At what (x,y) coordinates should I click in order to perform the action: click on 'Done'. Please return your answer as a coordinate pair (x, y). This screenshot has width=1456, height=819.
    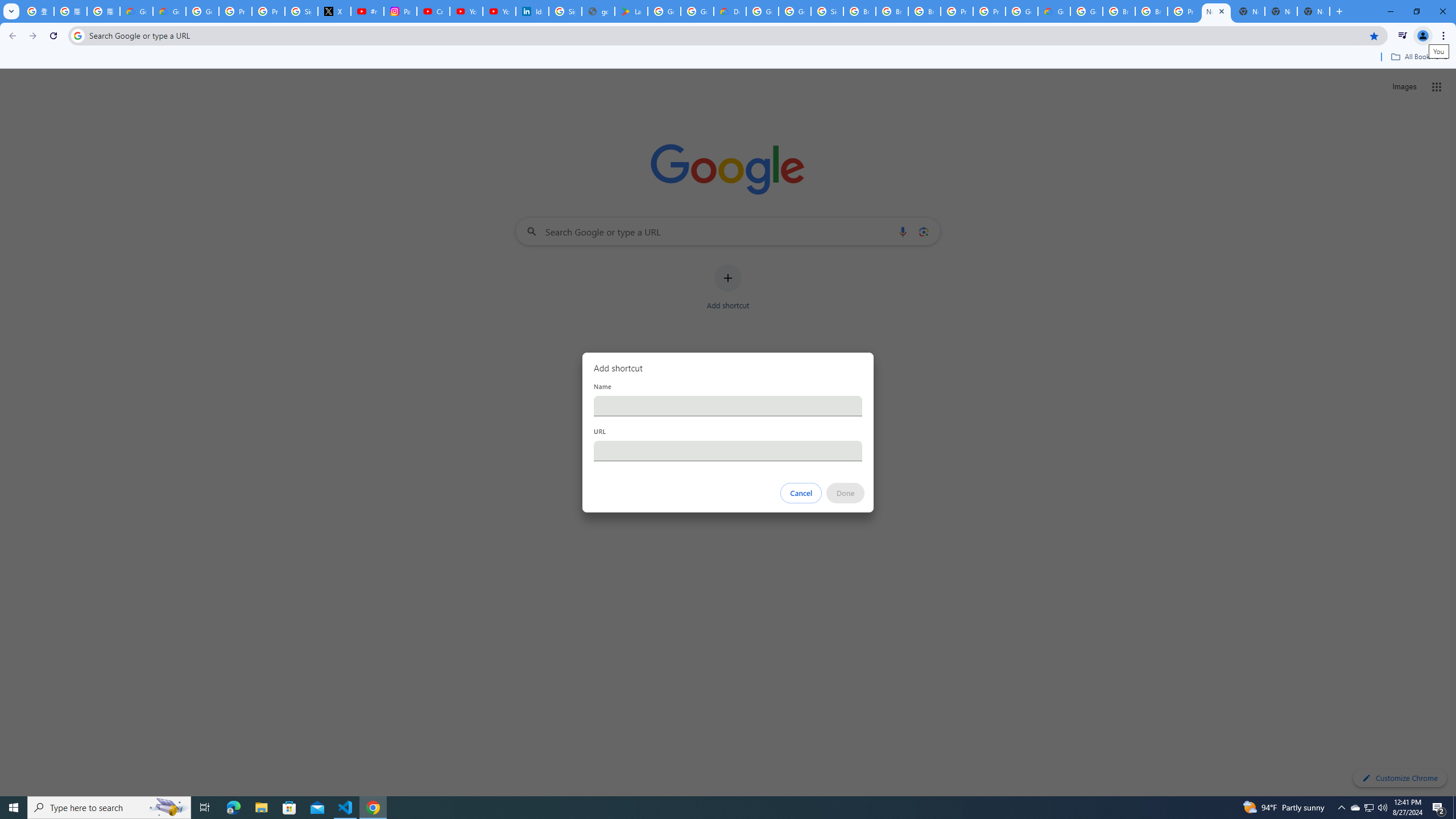
    Looking at the image, I should click on (846, 493).